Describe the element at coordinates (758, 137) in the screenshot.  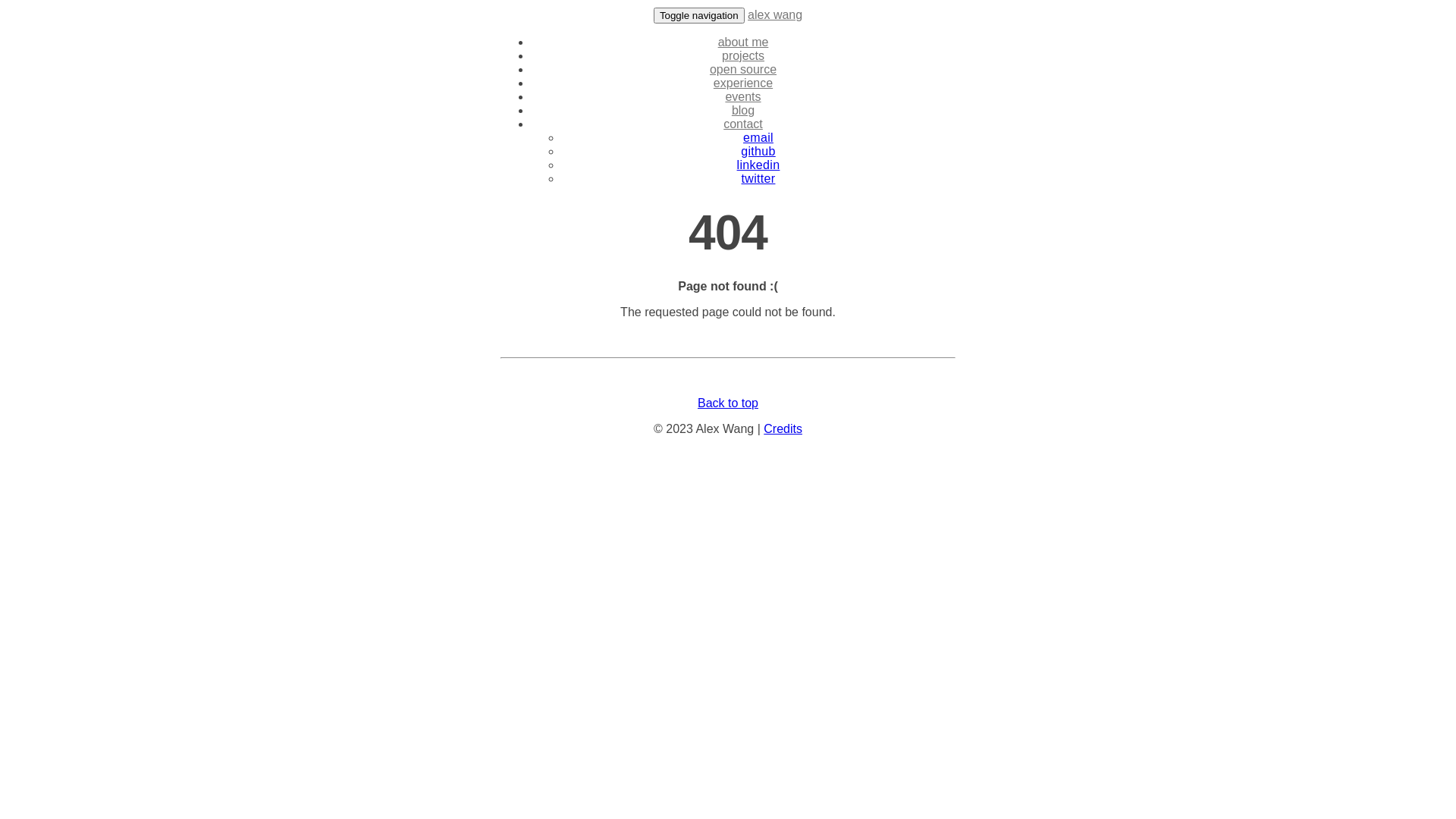
I see `'email'` at that location.